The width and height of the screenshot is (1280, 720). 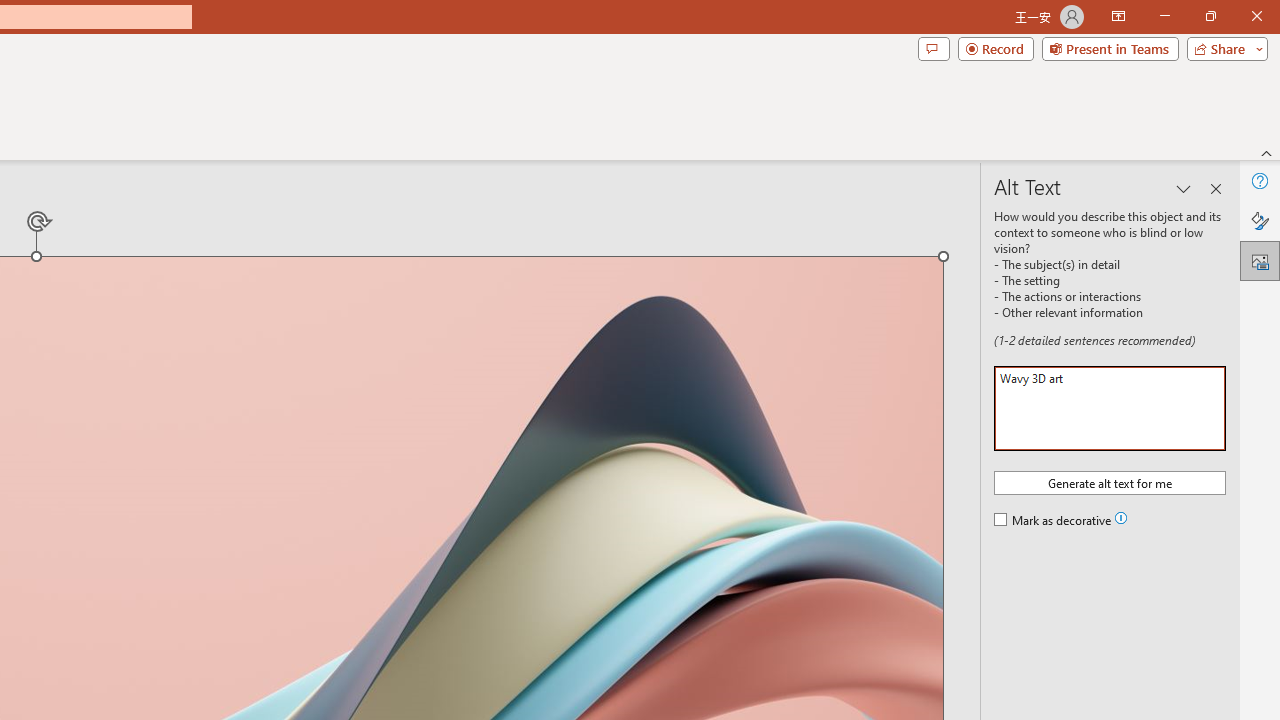 I want to click on 'Format Picture', so click(x=1259, y=221).